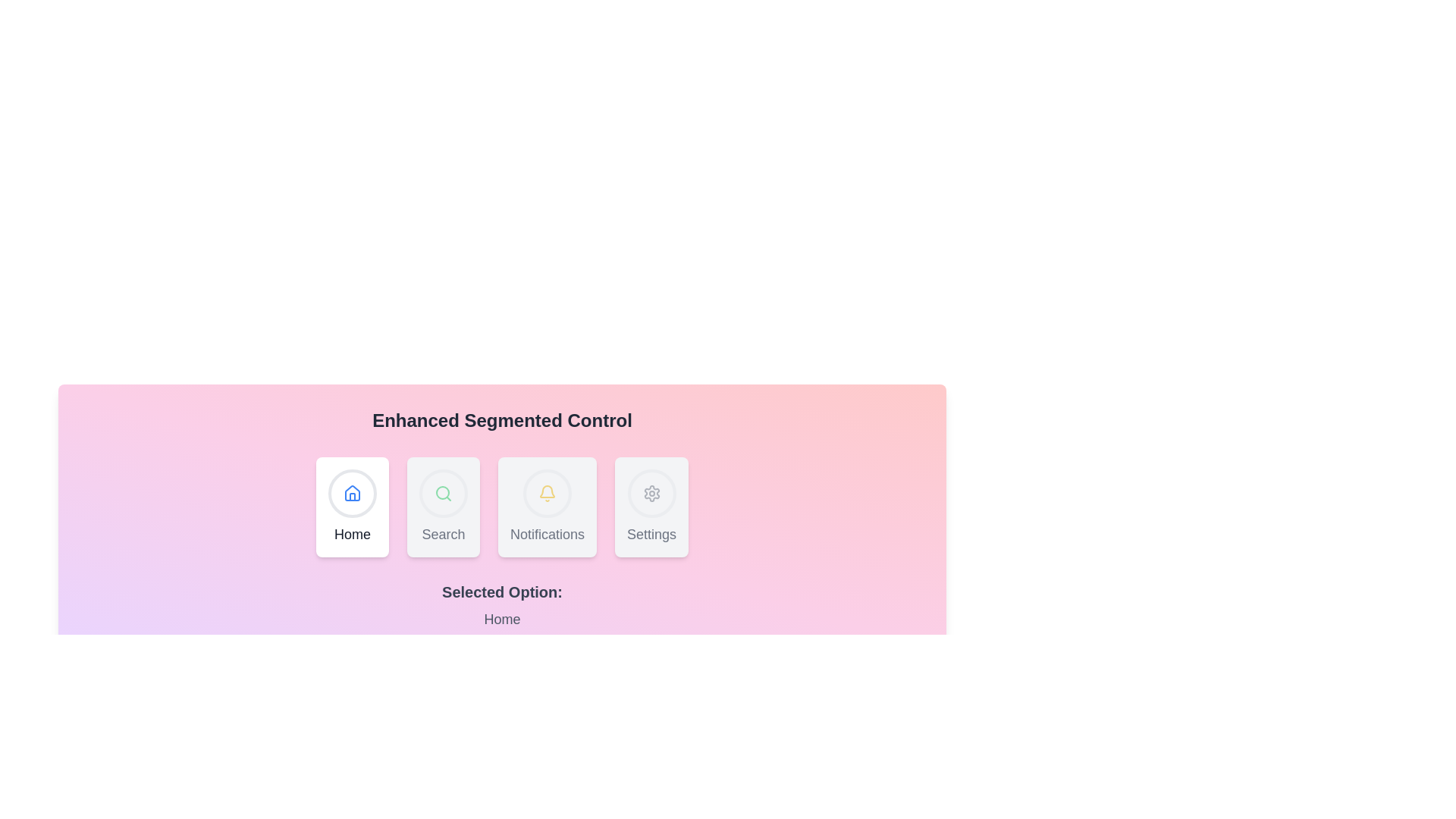 The height and width of the screenshot is (819, 1456). I want to click on the 'Home' icon in the segmented control group, which is the first button in a horizontal arrangement labeled 'Home', so click(352, 494).